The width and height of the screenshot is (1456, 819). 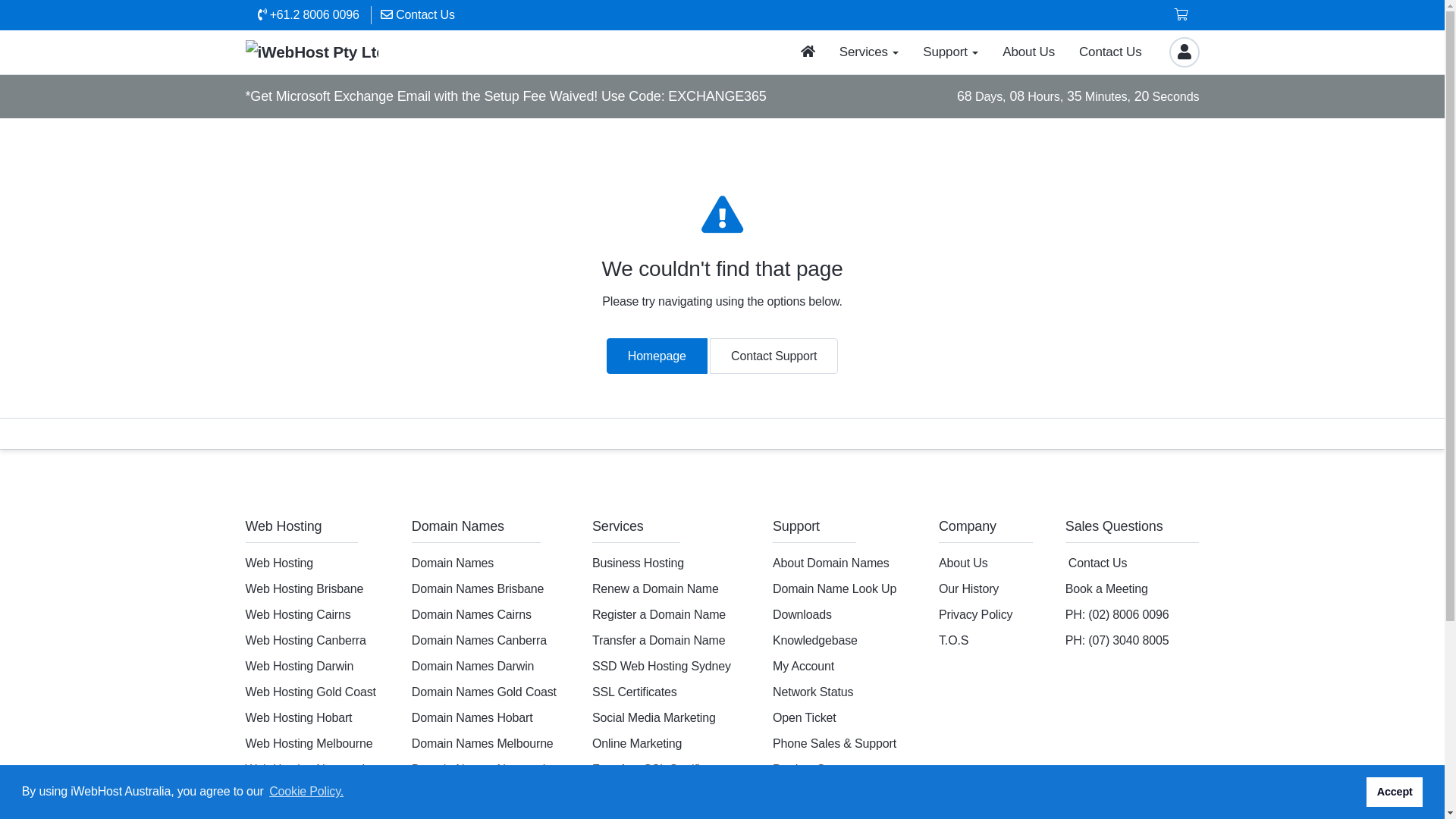 I want to click on 'PH: (02) 8006 0096', so click(x=1065, y=614).